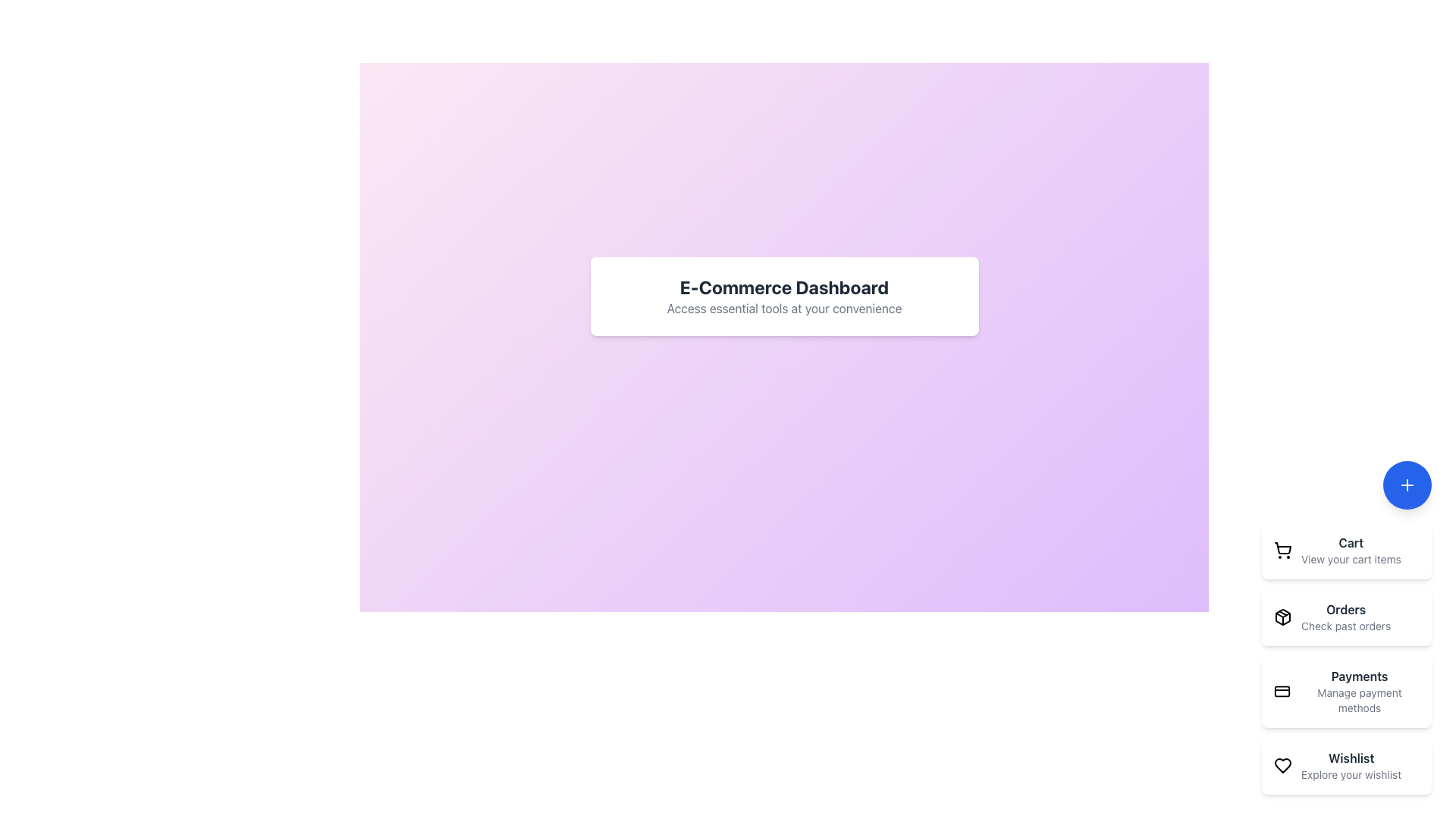 The width and height of the screenshot is (1456, 819). I want to click on the 'Orders' entry in the navigation panel, which is represented by a red icon next to the 'Orders' text, so click(1282, 617).